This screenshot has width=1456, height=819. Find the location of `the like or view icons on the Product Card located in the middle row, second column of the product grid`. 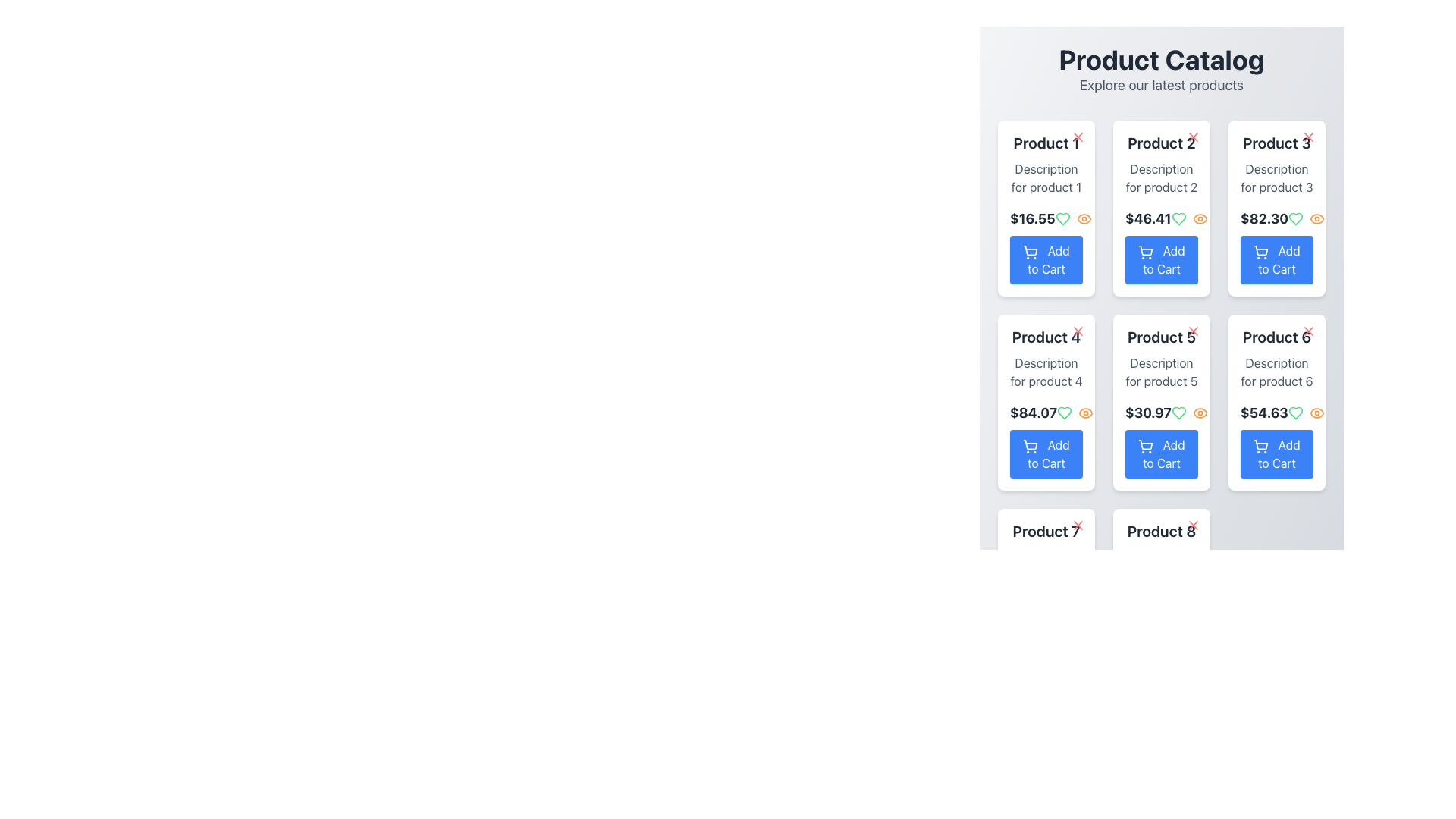

the like or view icons on the Product Card located in the middle row, second column of the product grid is located at coordinates (1160, 402).